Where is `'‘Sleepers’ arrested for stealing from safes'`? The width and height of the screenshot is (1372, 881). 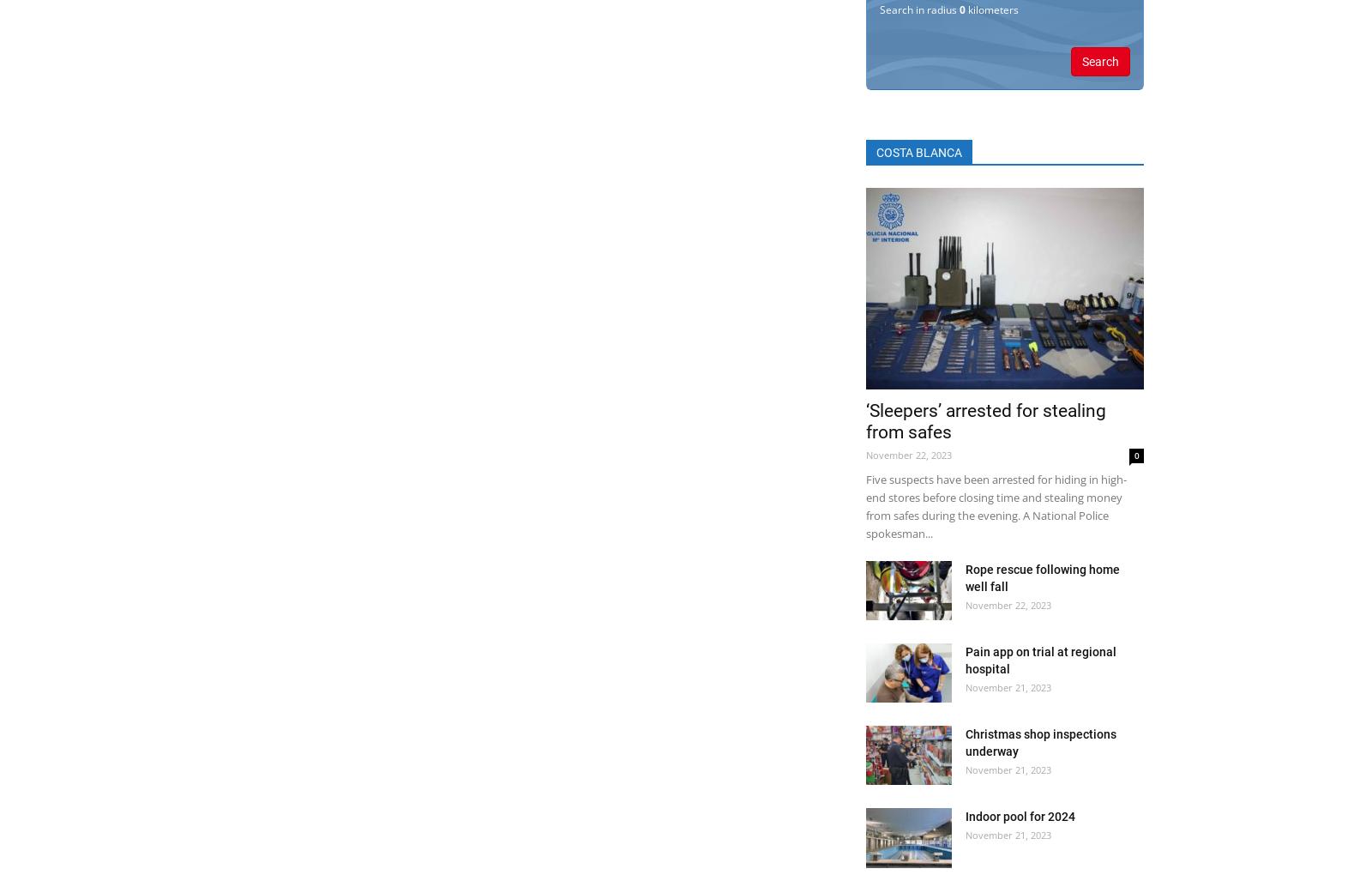 '‘Sleepers’ arrested for stealing from safes' is located at coordinates (986, 421).